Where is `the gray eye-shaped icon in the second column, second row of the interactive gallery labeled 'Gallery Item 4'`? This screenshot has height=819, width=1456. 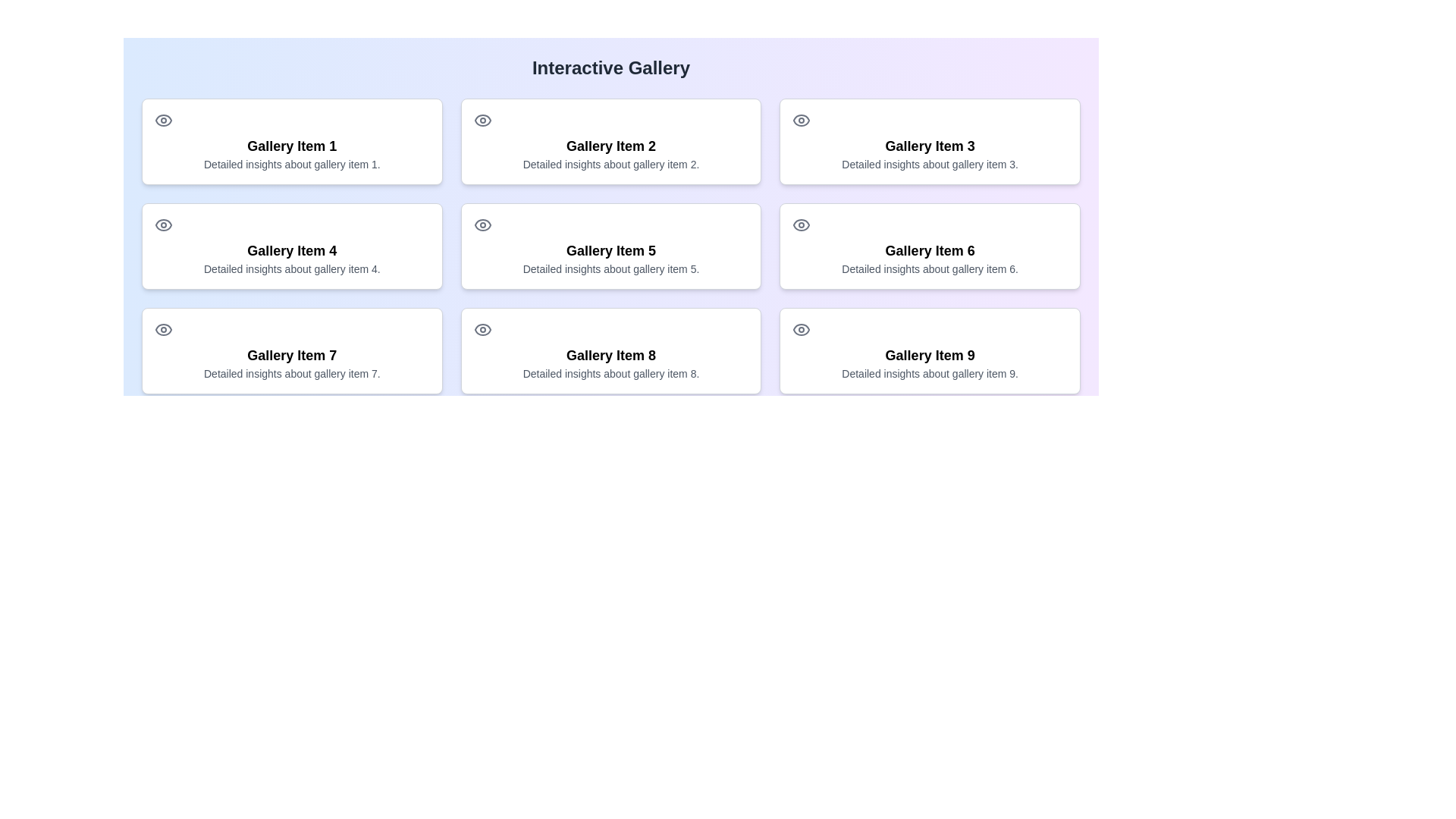 the gray eye-shaped icon in the second column, second row of the interactive gallery labeled 'Gallery Item 4' is located at coordinates (164, 225).